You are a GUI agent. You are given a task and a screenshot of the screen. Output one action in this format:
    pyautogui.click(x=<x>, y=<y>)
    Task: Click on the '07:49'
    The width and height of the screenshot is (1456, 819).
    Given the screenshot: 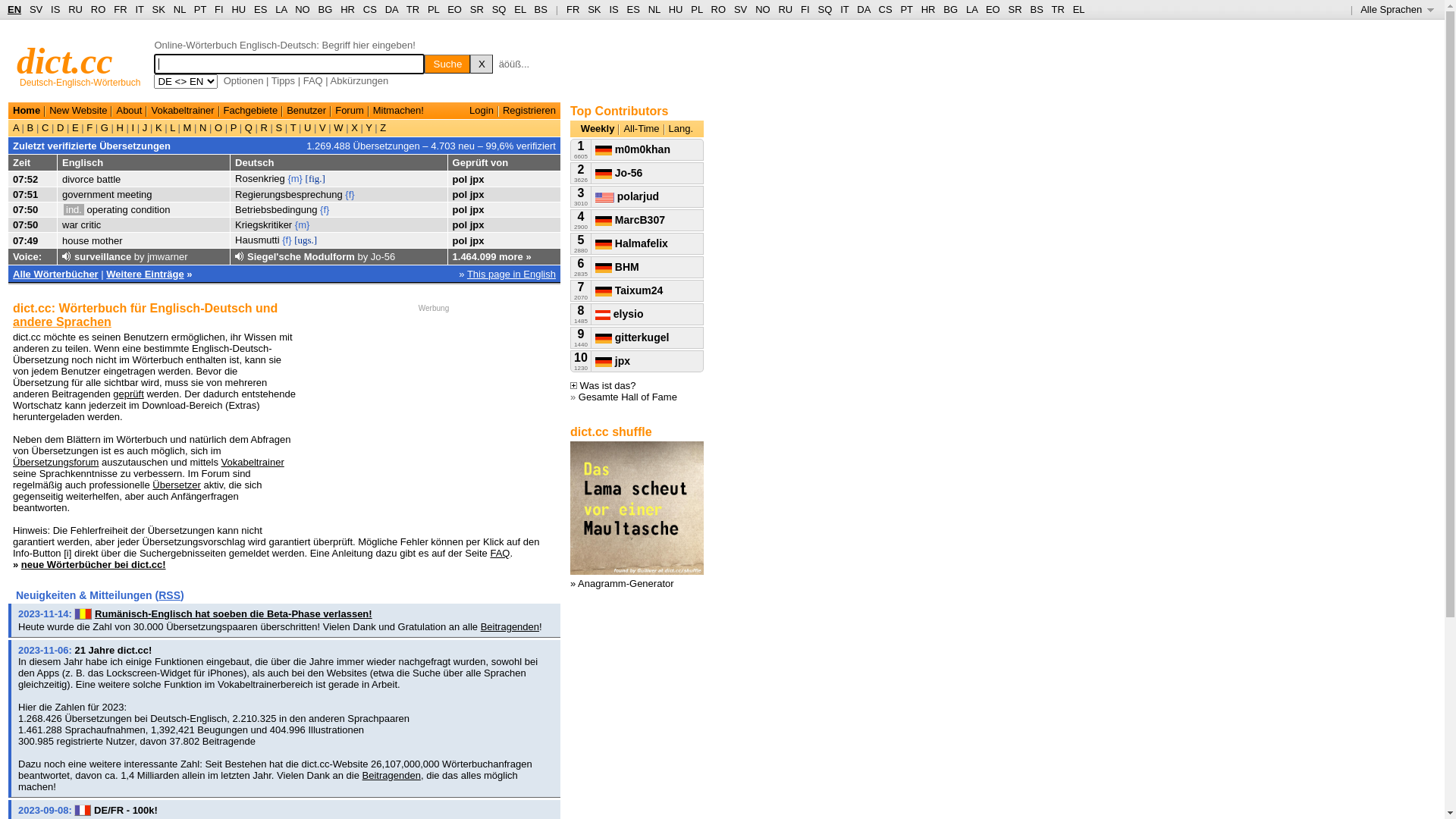 What is the action you would take?
    pyautogui.click(x=25, y=240)
    